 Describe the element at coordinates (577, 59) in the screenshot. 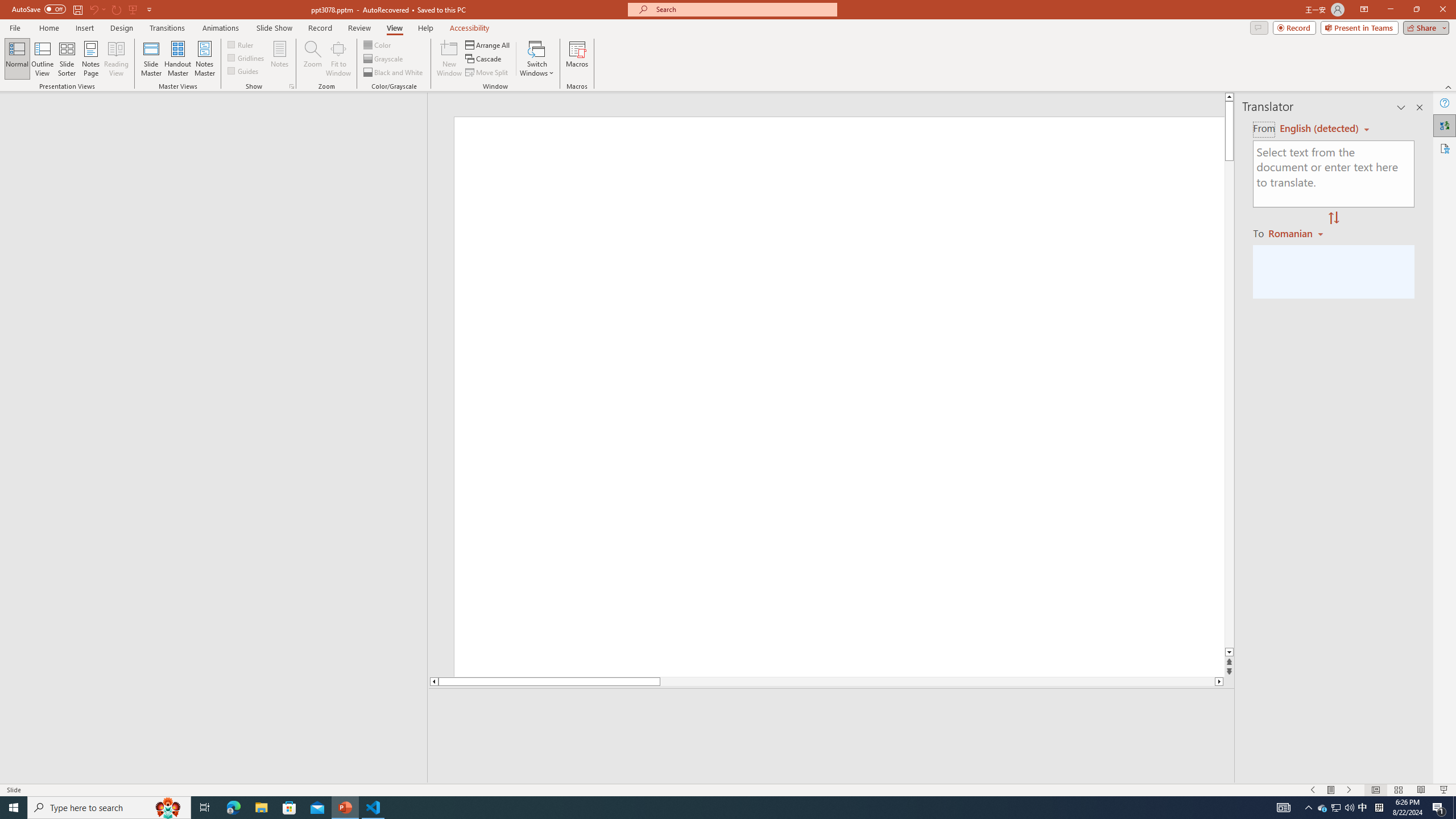

I see `'Macros'` at that location.